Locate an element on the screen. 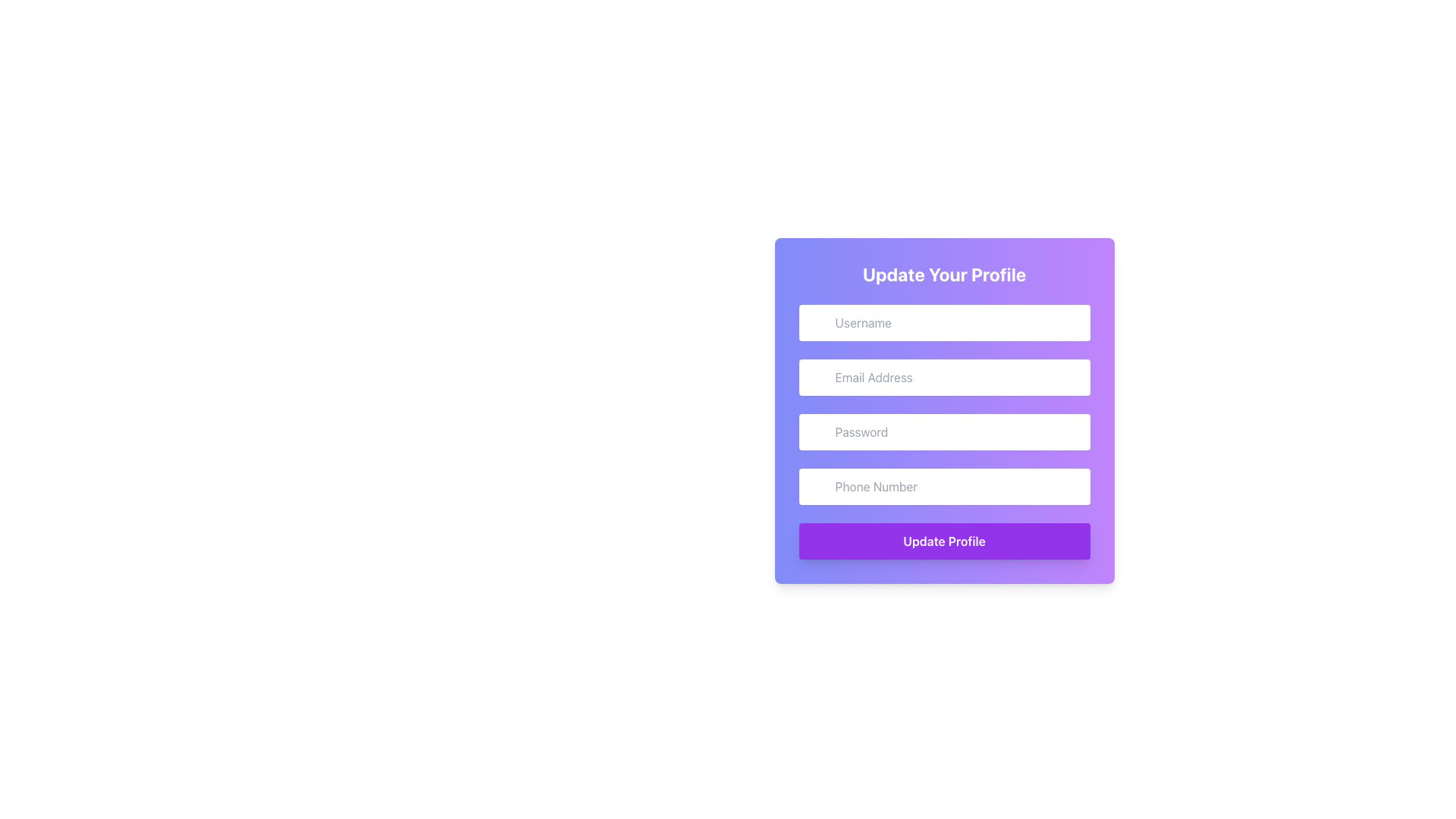 Image resolution: width=1456 pixels, height=819 pixels. the text input field for 'Username' in the 'Update Your Profile' form is located at coordinates (943, 322).